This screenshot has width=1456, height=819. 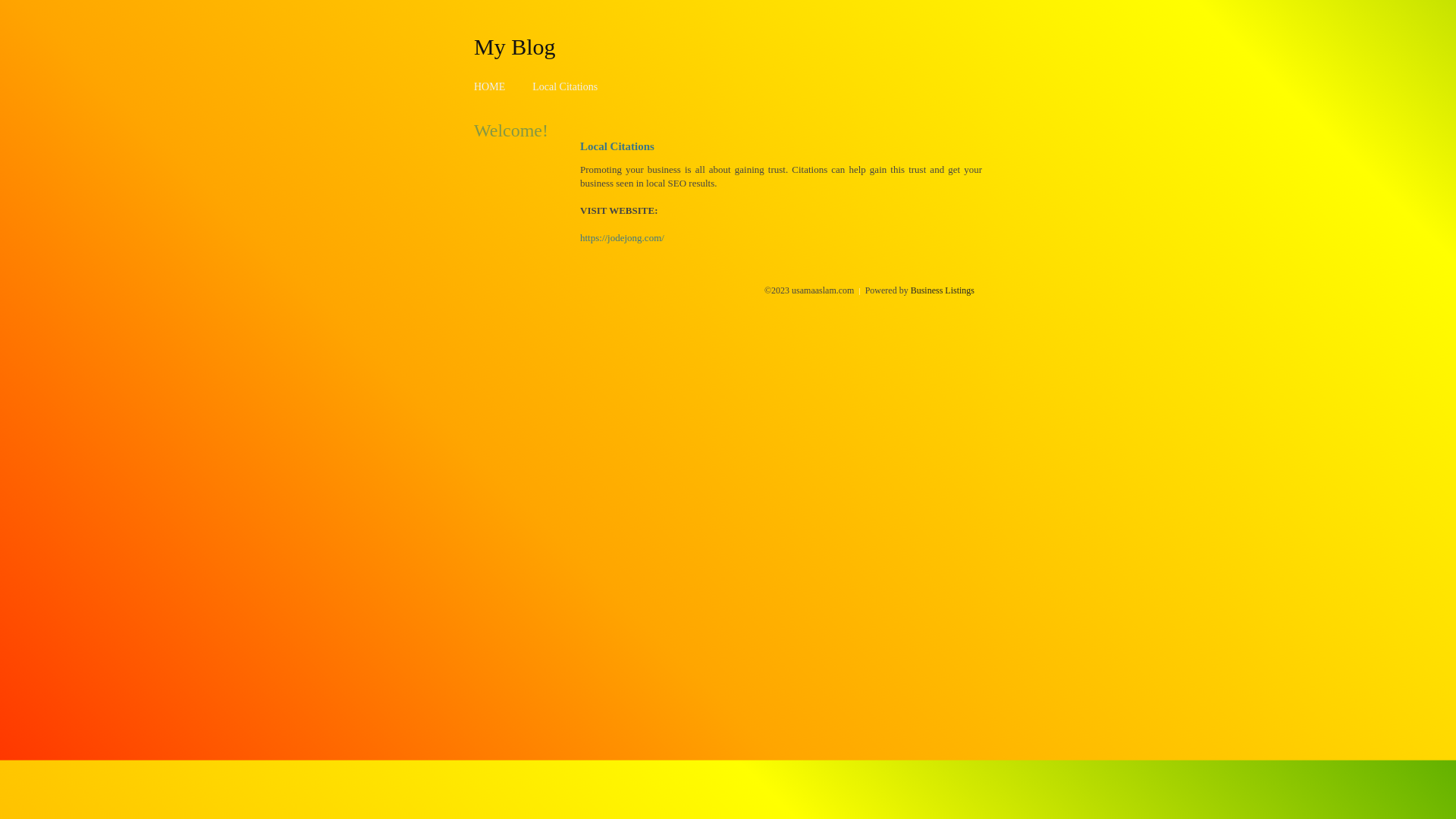 What do you see at coordinates (514, 45) in the screenshot?
I see `'My Blog'` at bounding box center [514, 45].